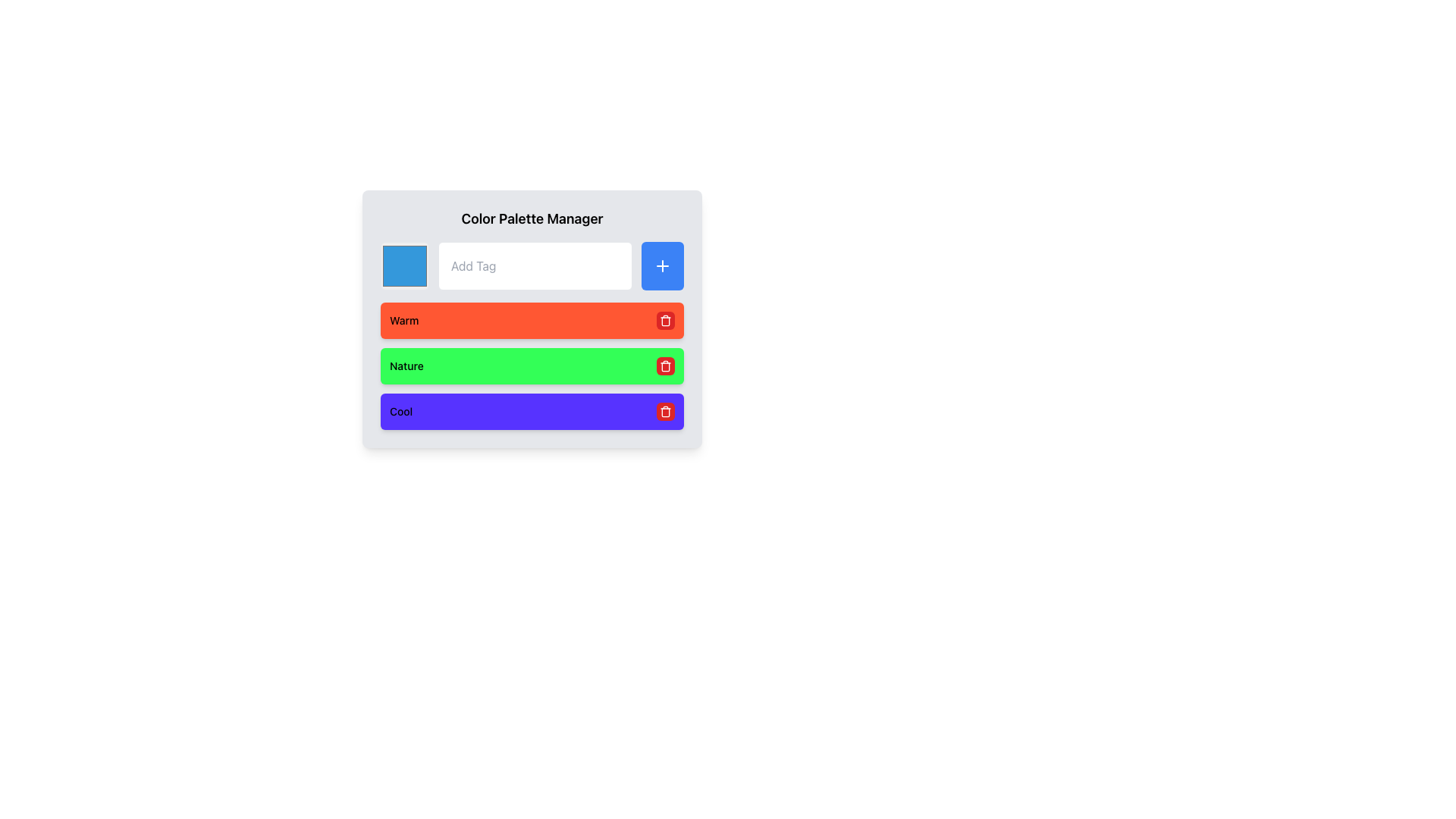 This screenshot has height=819, width=1456. I want to click on the trash can icon represented by the vertical bar-like structure within the SVG, which is aligned with the delete button associated with the green 'Nature' label, so click(666, 366).